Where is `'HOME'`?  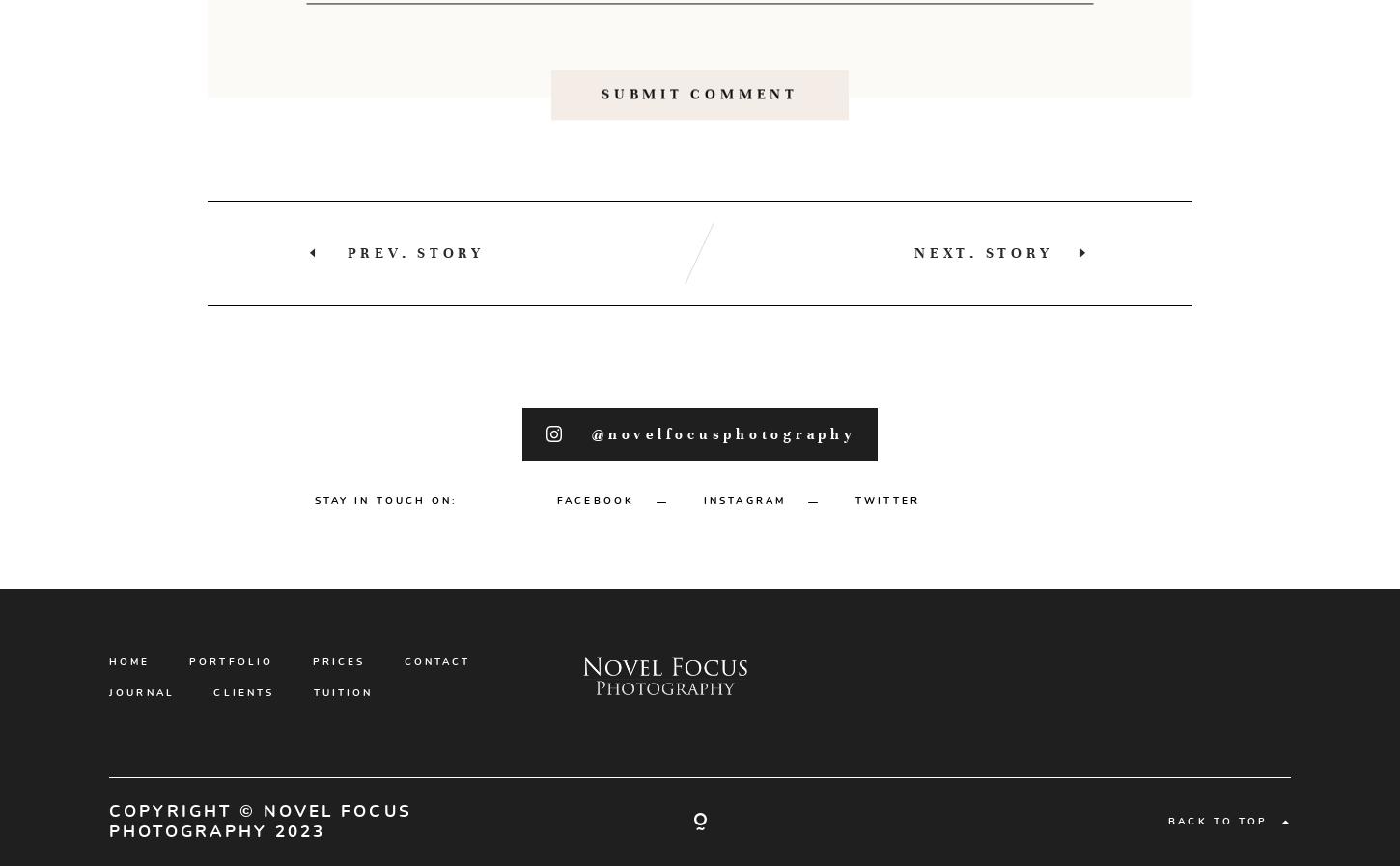
'HOME' is located at coordinates (127, 748).